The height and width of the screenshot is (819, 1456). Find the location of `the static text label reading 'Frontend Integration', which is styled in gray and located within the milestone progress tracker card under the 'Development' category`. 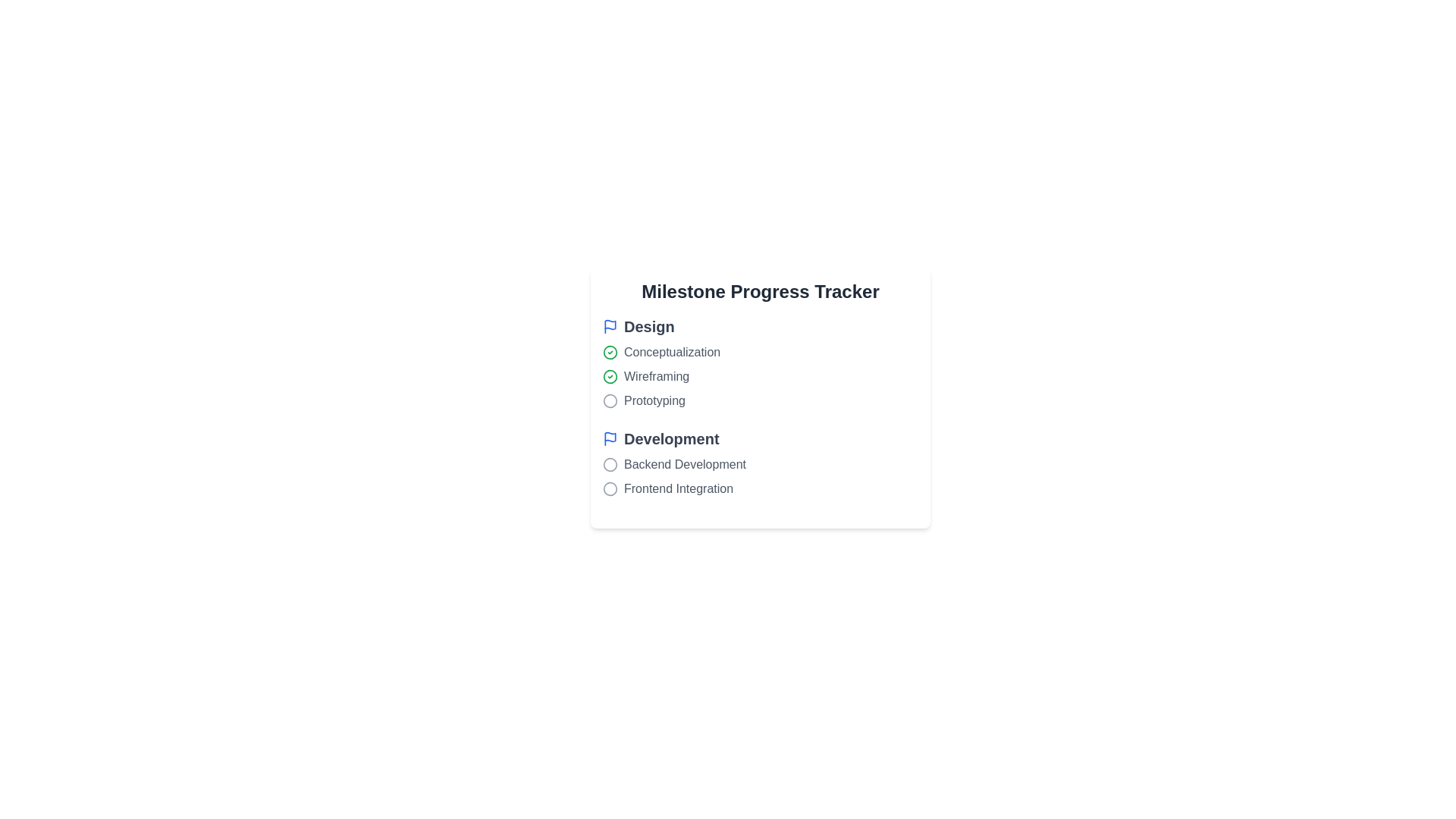

the static text label reading 'Frontend Integration', which is styled in gray and located within the milestone progress tracker card under the 'Development' category is located at coordinates (678, 488).